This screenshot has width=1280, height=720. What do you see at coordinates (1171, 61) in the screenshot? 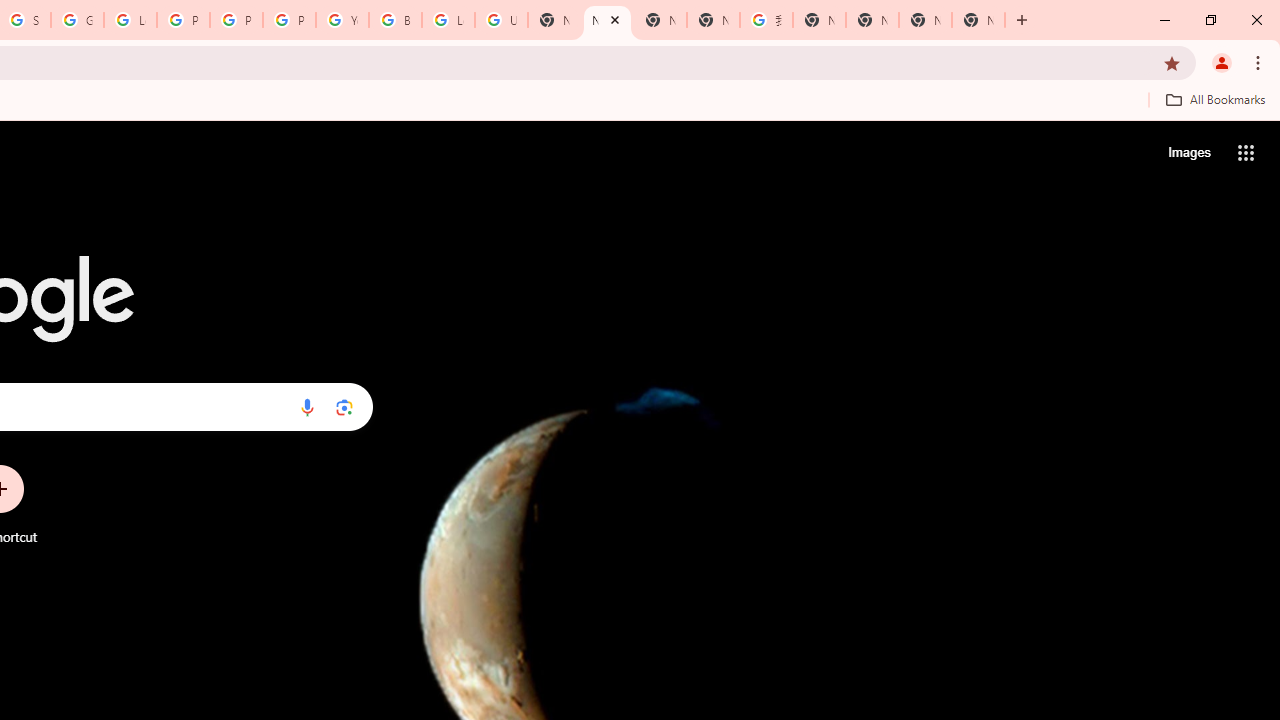
I see `'Bookmark this tab'` at bounding box center [1171, 61].